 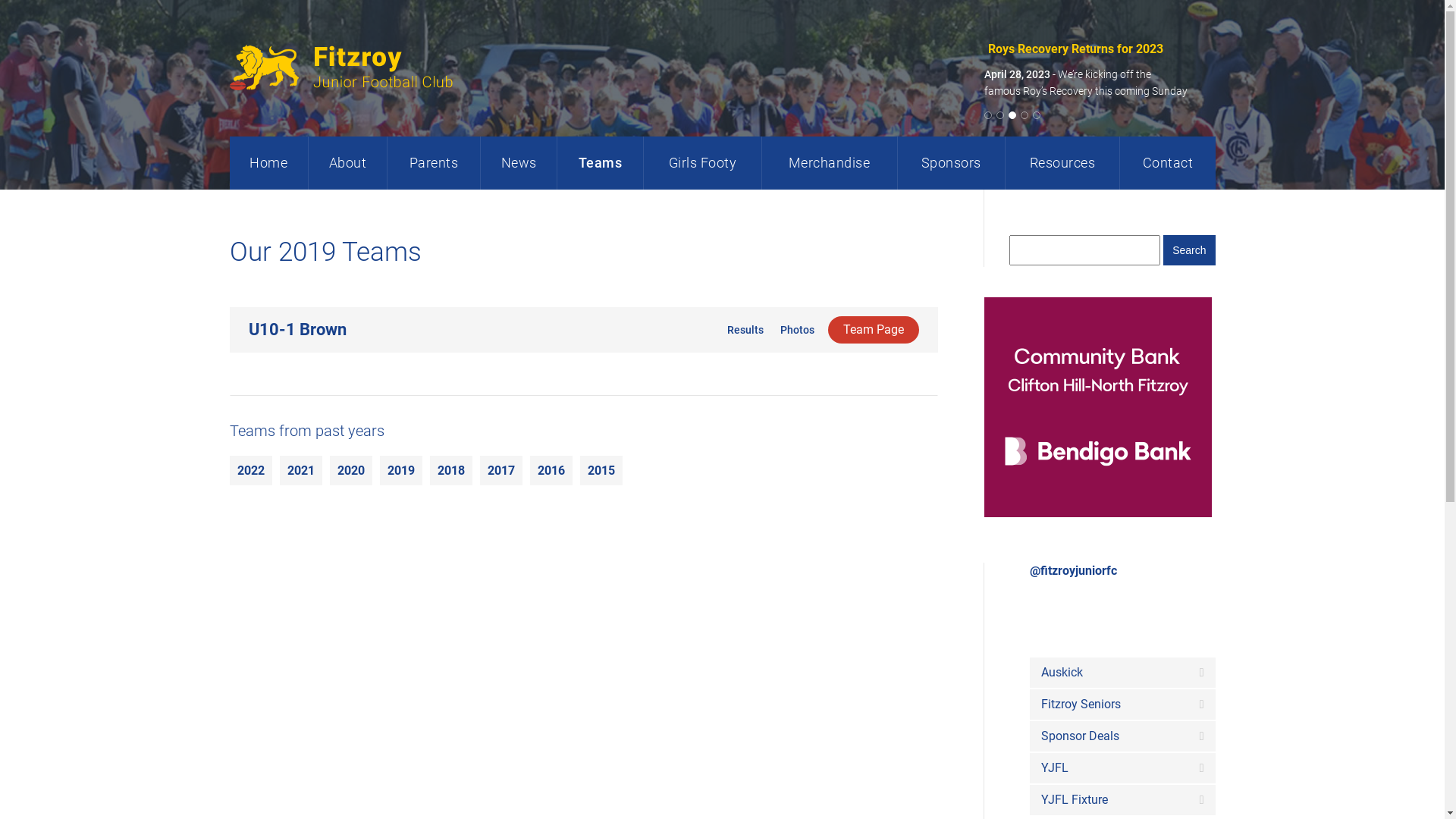 What do you see at coordinates (349, 469) in the screenshot?
I see `'2020'` at bounding box center [349, 469].